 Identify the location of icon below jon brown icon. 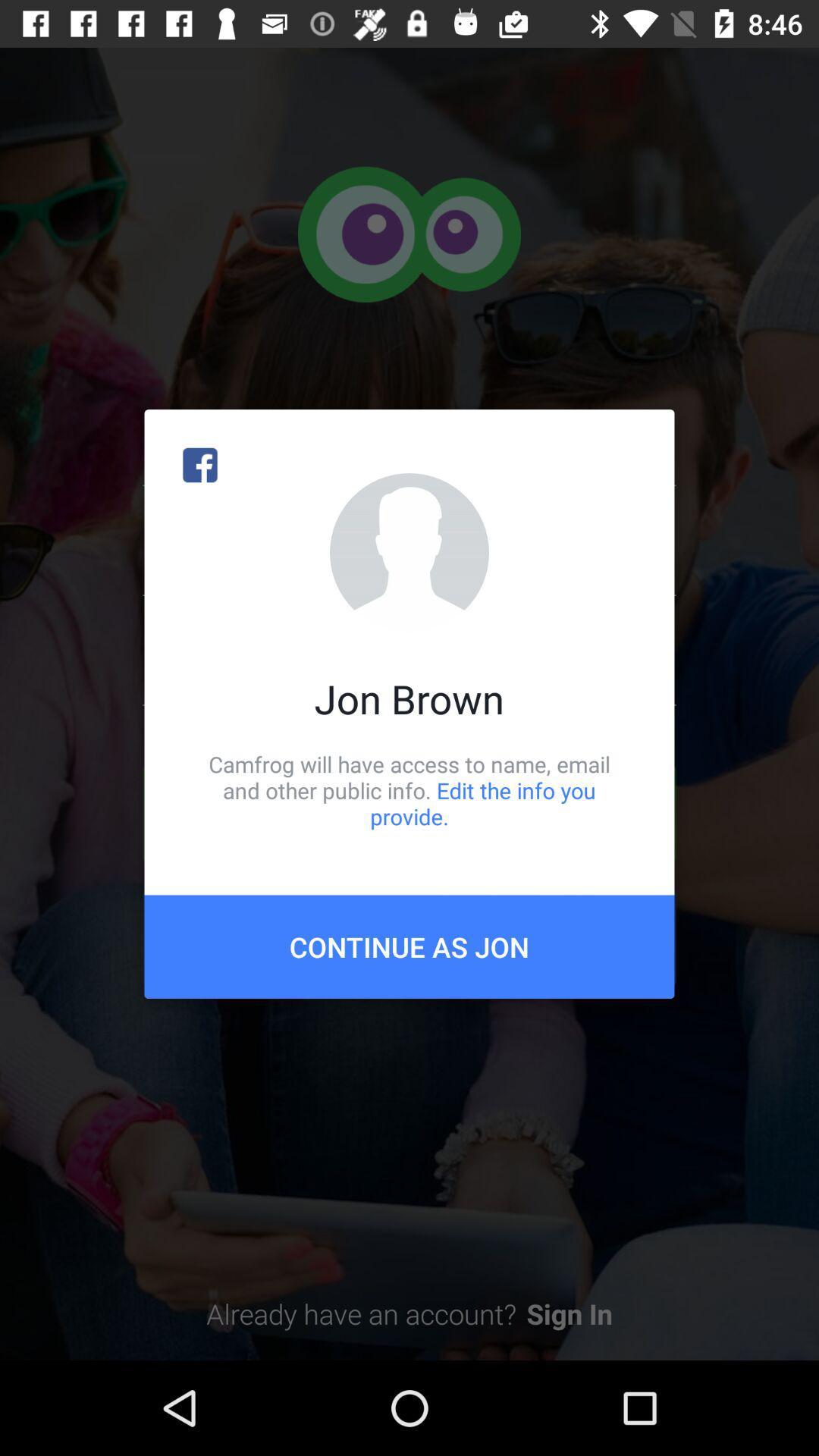
(409, 789).